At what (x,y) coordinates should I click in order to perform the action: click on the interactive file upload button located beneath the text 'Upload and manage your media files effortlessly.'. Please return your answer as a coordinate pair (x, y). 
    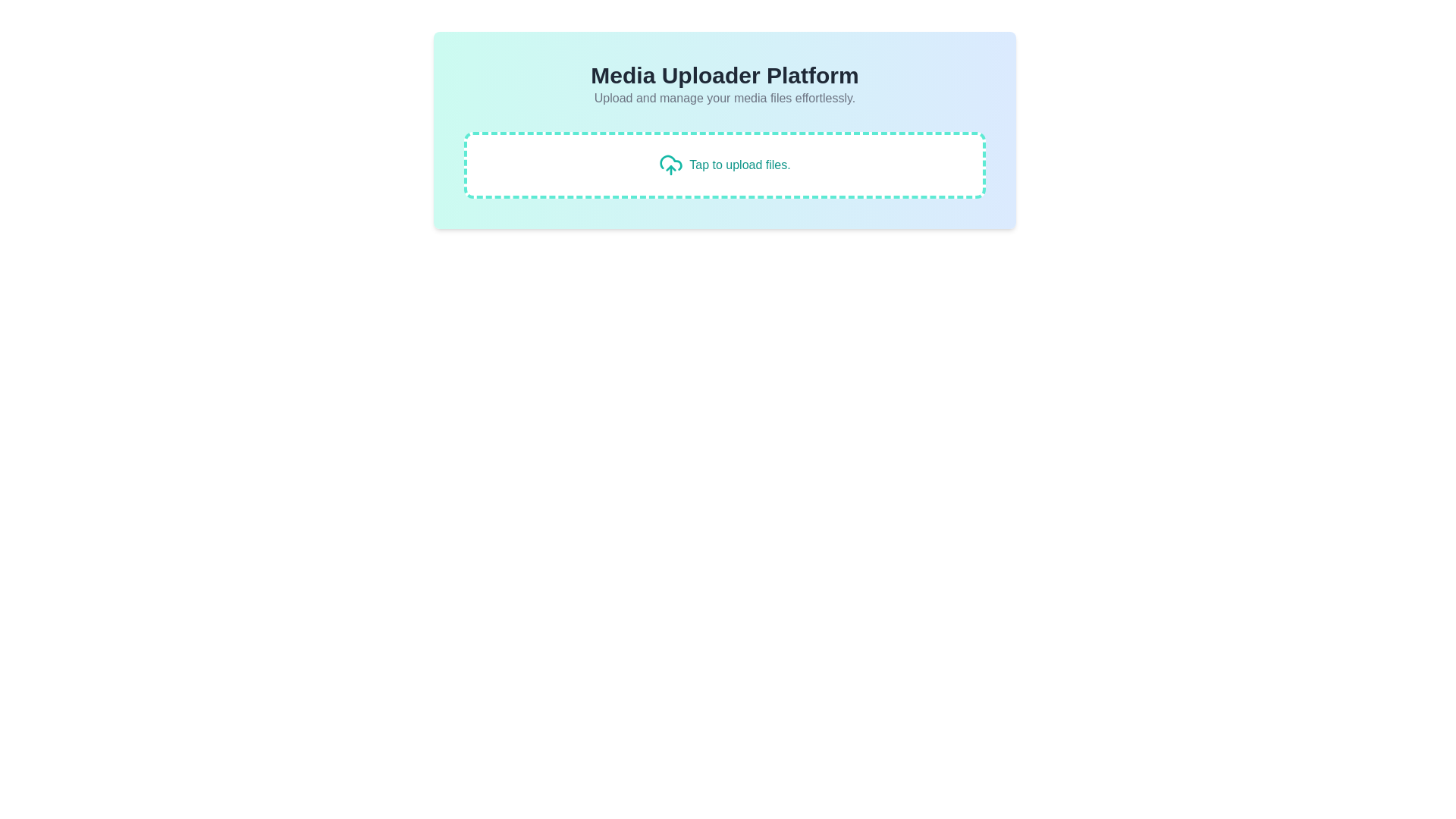
    Looking at the image, I should click on (723, 165).